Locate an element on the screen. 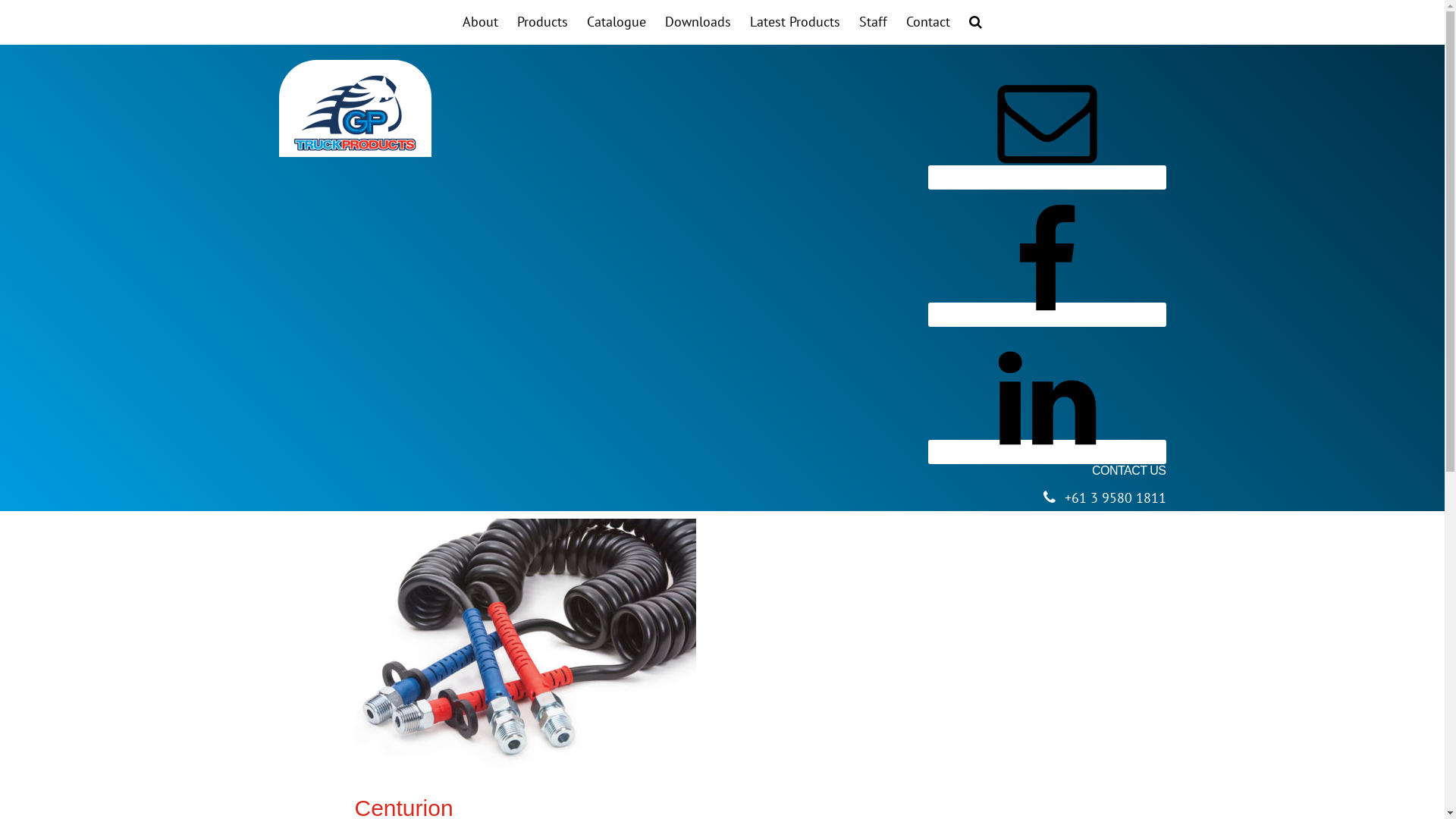 Image resolution: width=1456 pixels, height=819 pixels. 'GP TRUCK PRODUCTS' is located at coordinates (354, 112).